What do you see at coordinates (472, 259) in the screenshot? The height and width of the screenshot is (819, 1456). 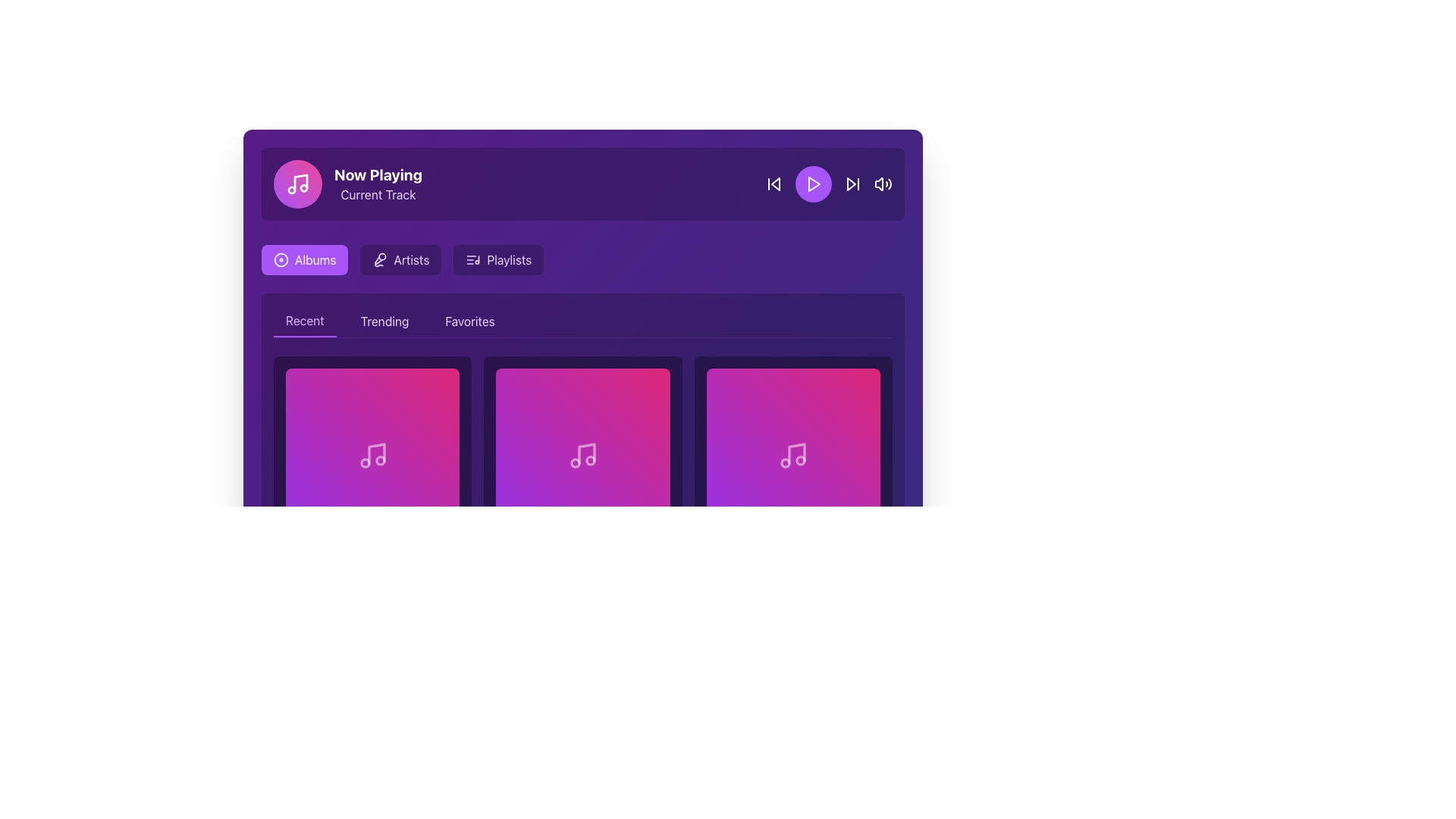 I see `the 'Playlists' icon in the navigation menu, which is visually represented and located adjacent to the 'Playlists' text label` at bounding box center [472, 259].